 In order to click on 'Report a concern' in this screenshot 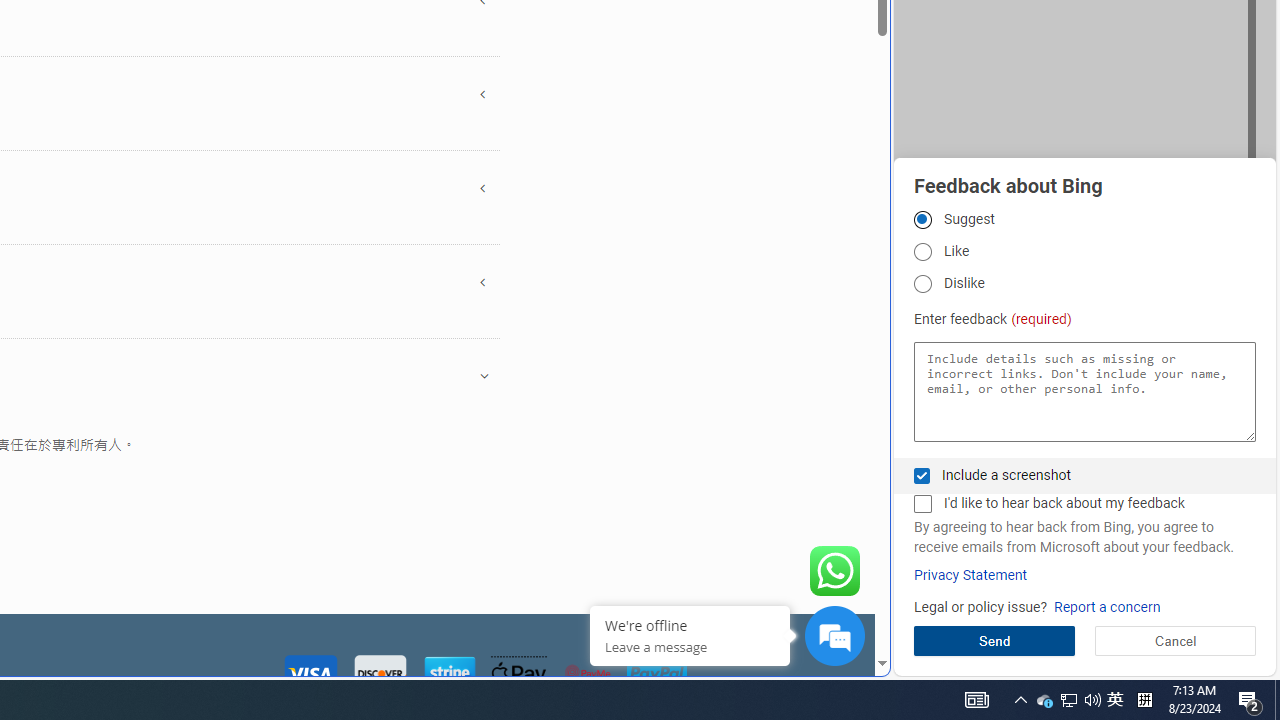, I will do `click(1106, 606)`.